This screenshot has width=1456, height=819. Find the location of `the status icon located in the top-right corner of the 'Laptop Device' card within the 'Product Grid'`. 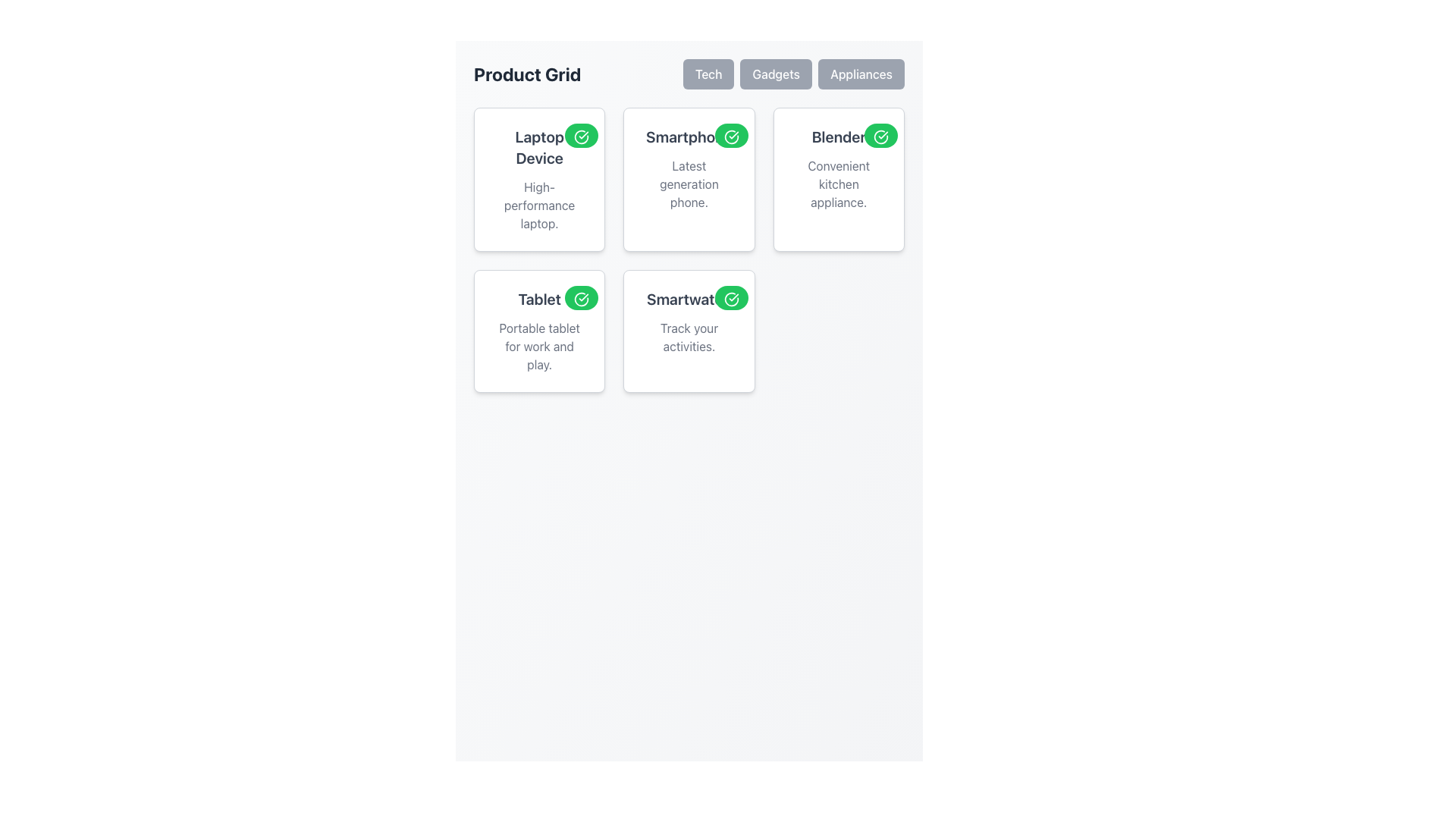

the status icon located in the top-right corner of the 'Laptop Device' card within the 'Product Grid' is located at coordinates (581, 136).